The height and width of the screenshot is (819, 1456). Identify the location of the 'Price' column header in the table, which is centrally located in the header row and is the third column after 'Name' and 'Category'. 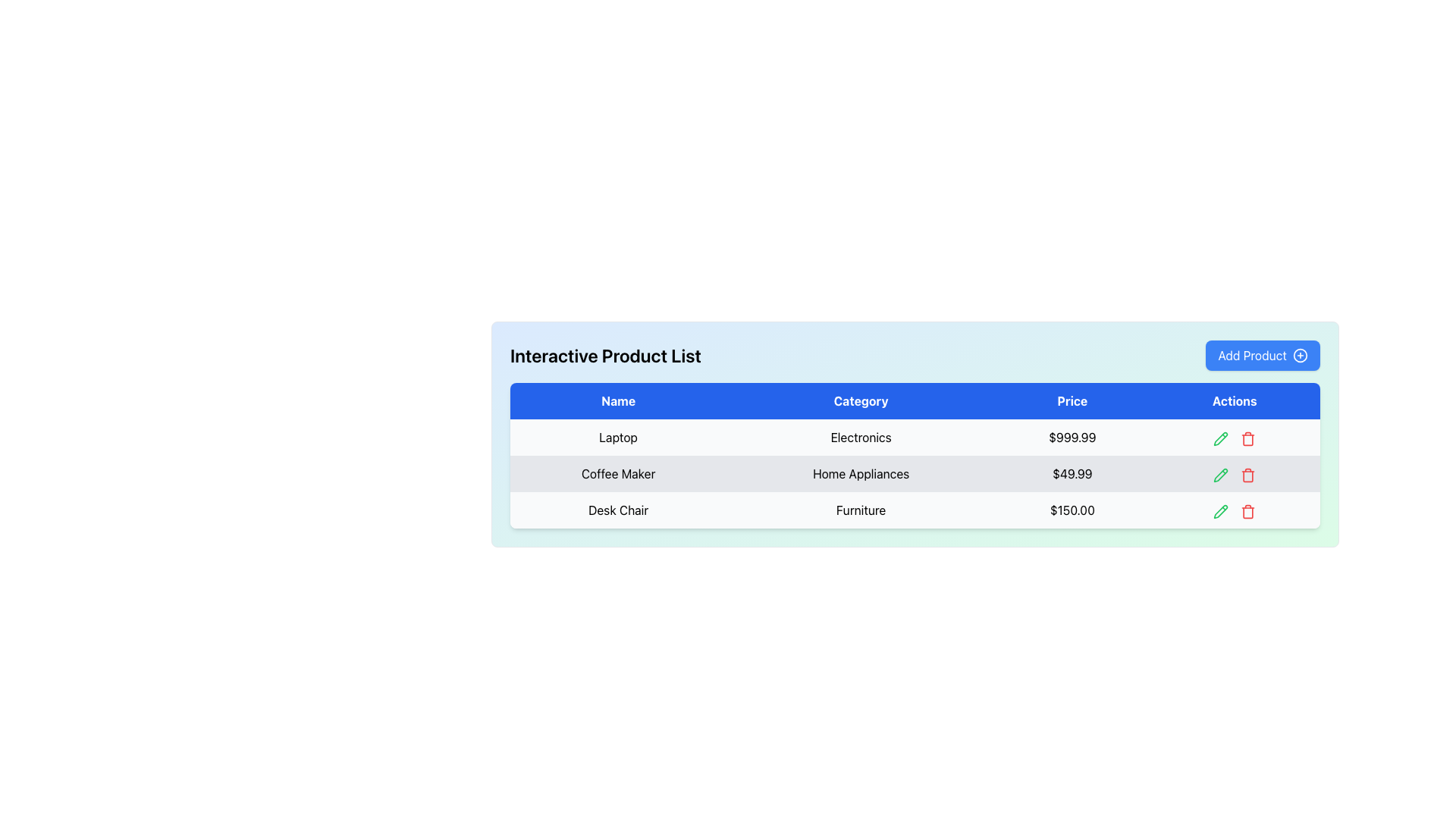
(1072, 400).